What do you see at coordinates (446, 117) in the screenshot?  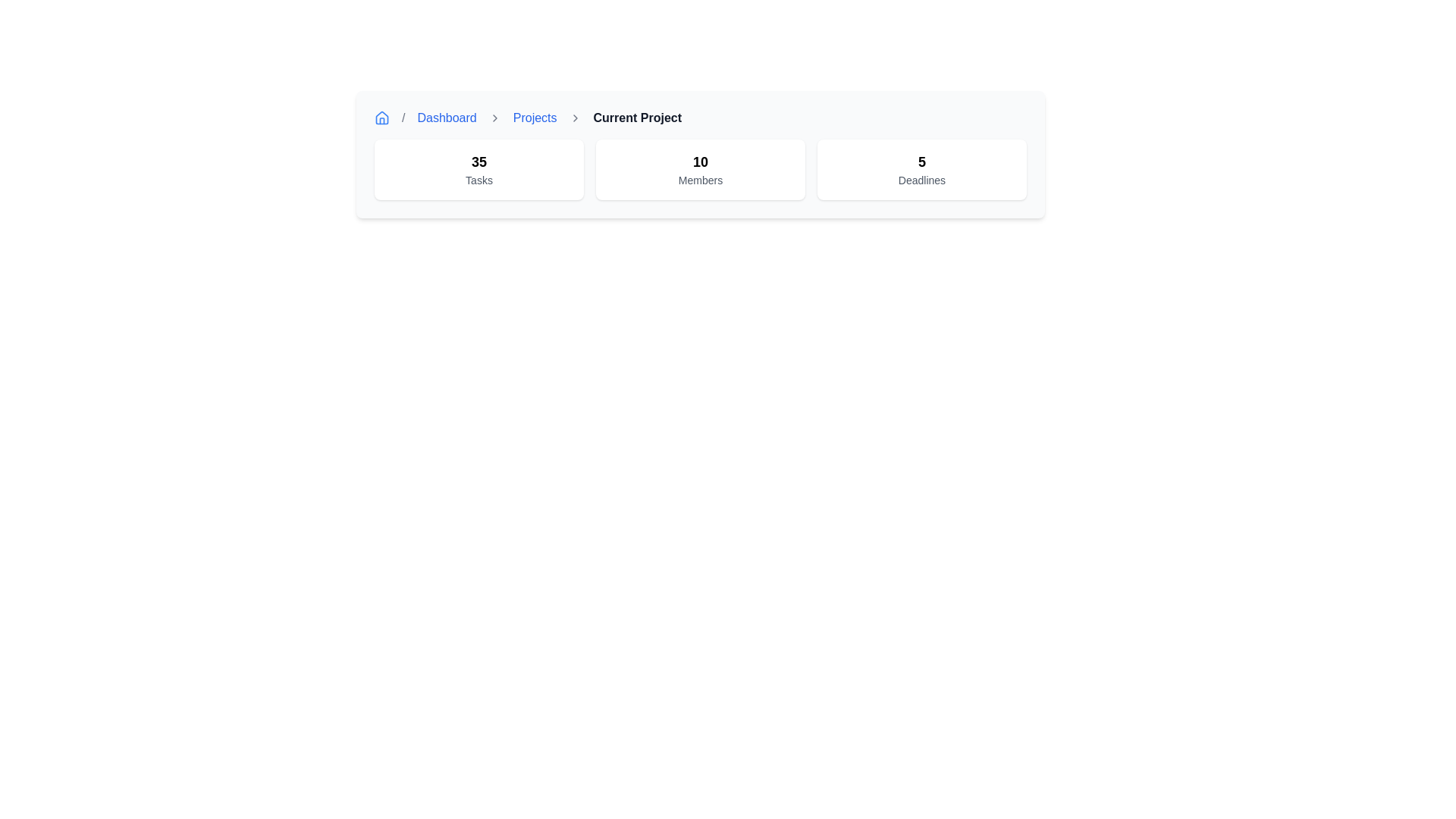 I see `the 'Dashboard' hyperlink in the breadcrumb navigation bar` at bounding box center [446, 117].